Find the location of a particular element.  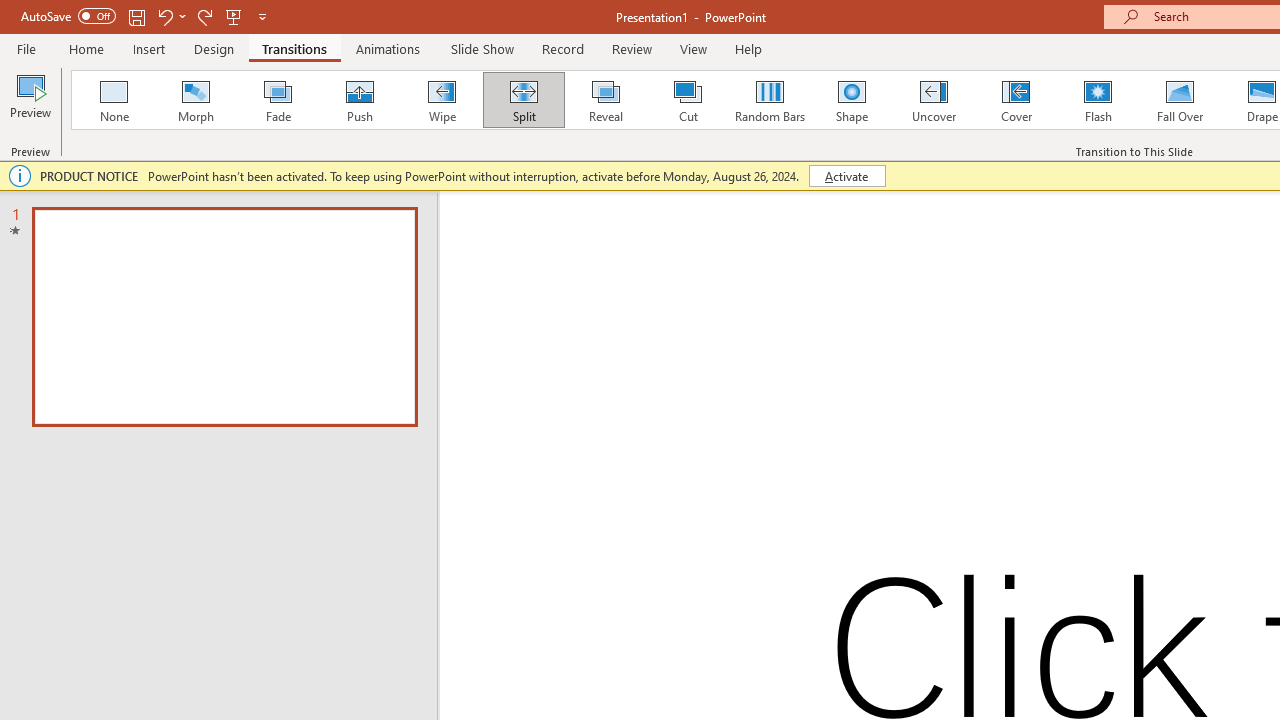

'Flash' is located at coordinates (1097, 100).